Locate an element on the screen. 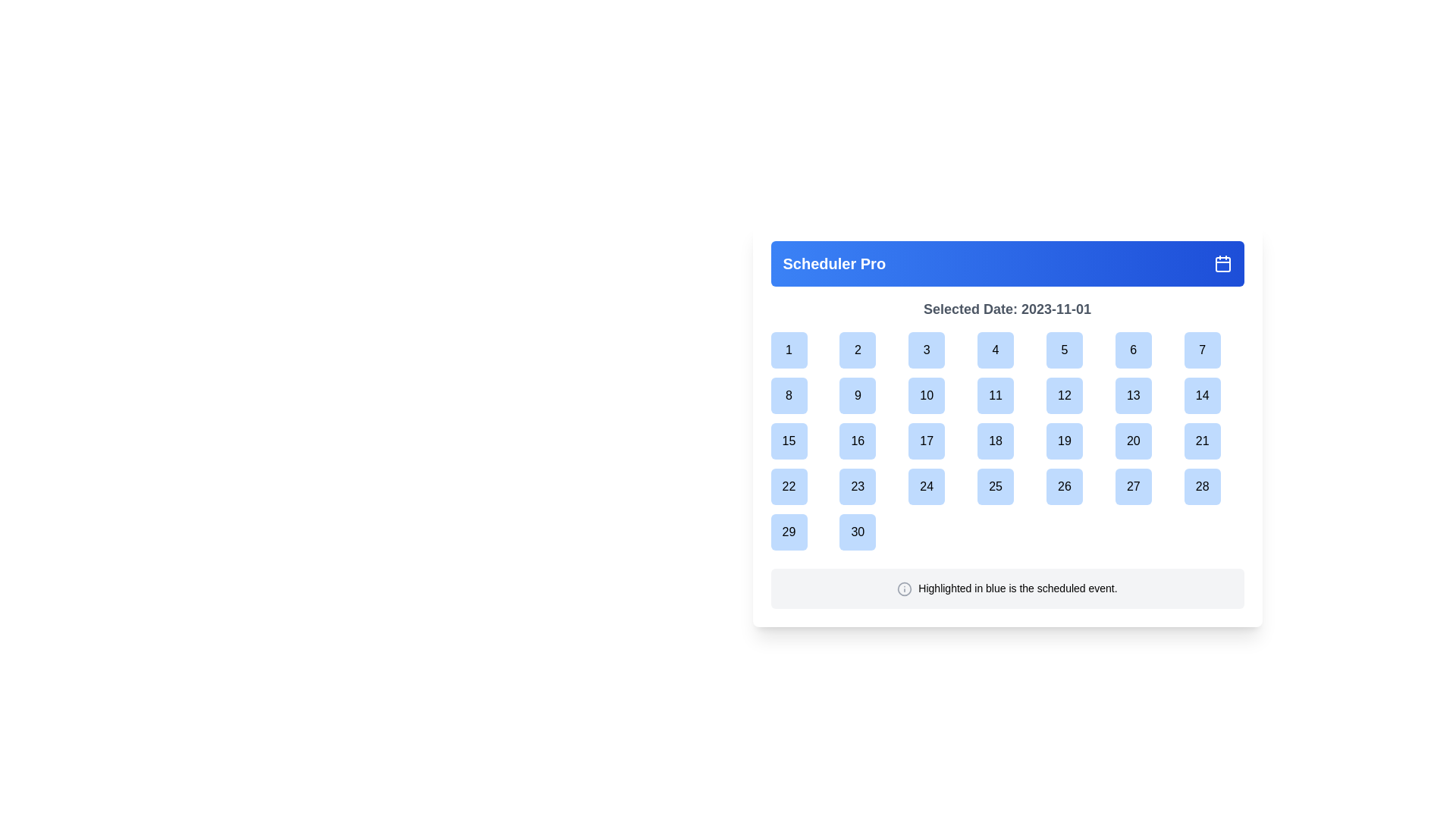 This screenshot has height=819, width=1456. the square button labeled '19' with a blue background is located at coordinates (1063, 441).